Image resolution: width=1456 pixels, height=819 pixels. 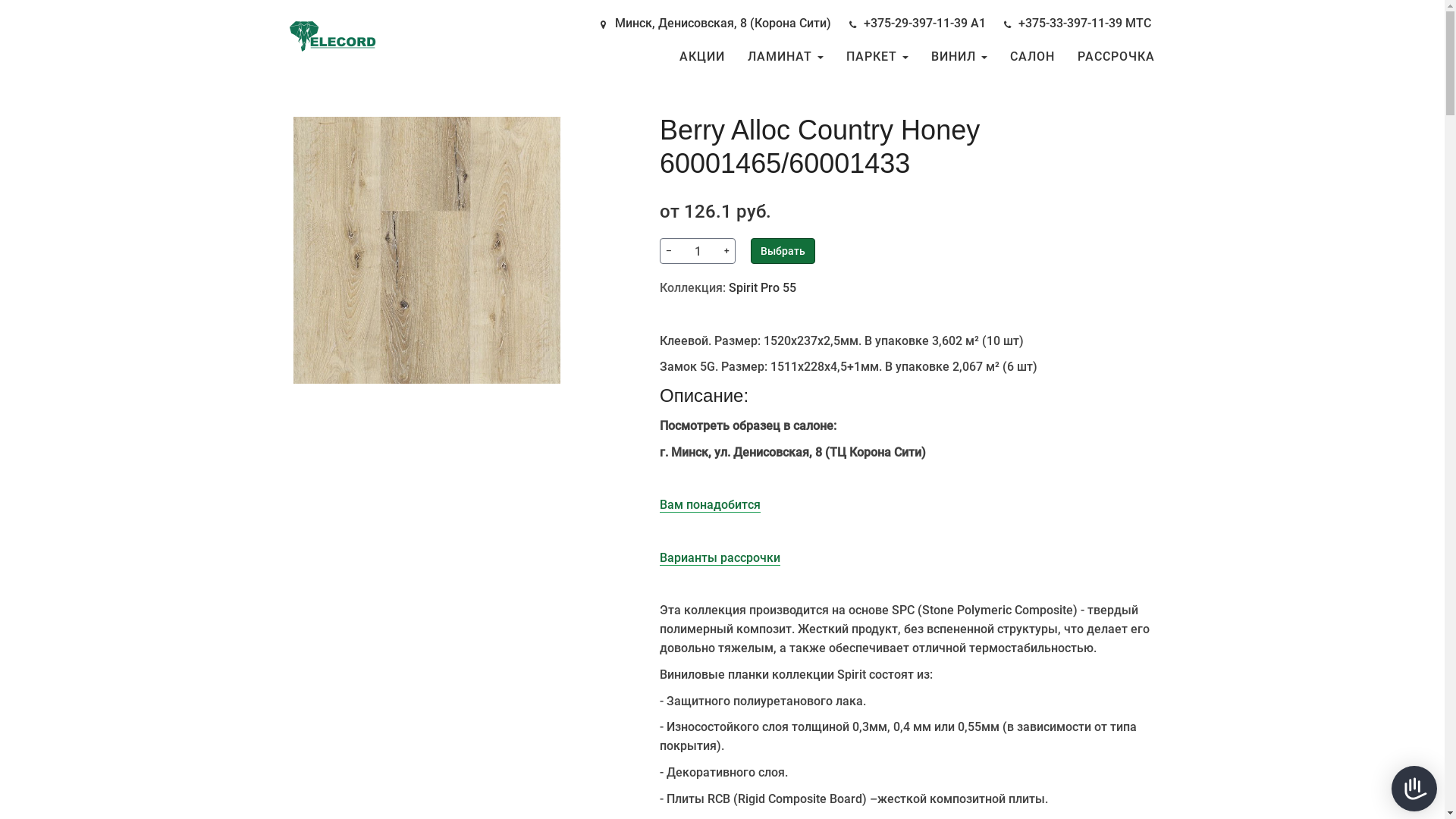 What do you see at coordinates (862, 23) in the screenshot?
I see `'+375-29-397-11-39'` at bounding box center [862, 23].